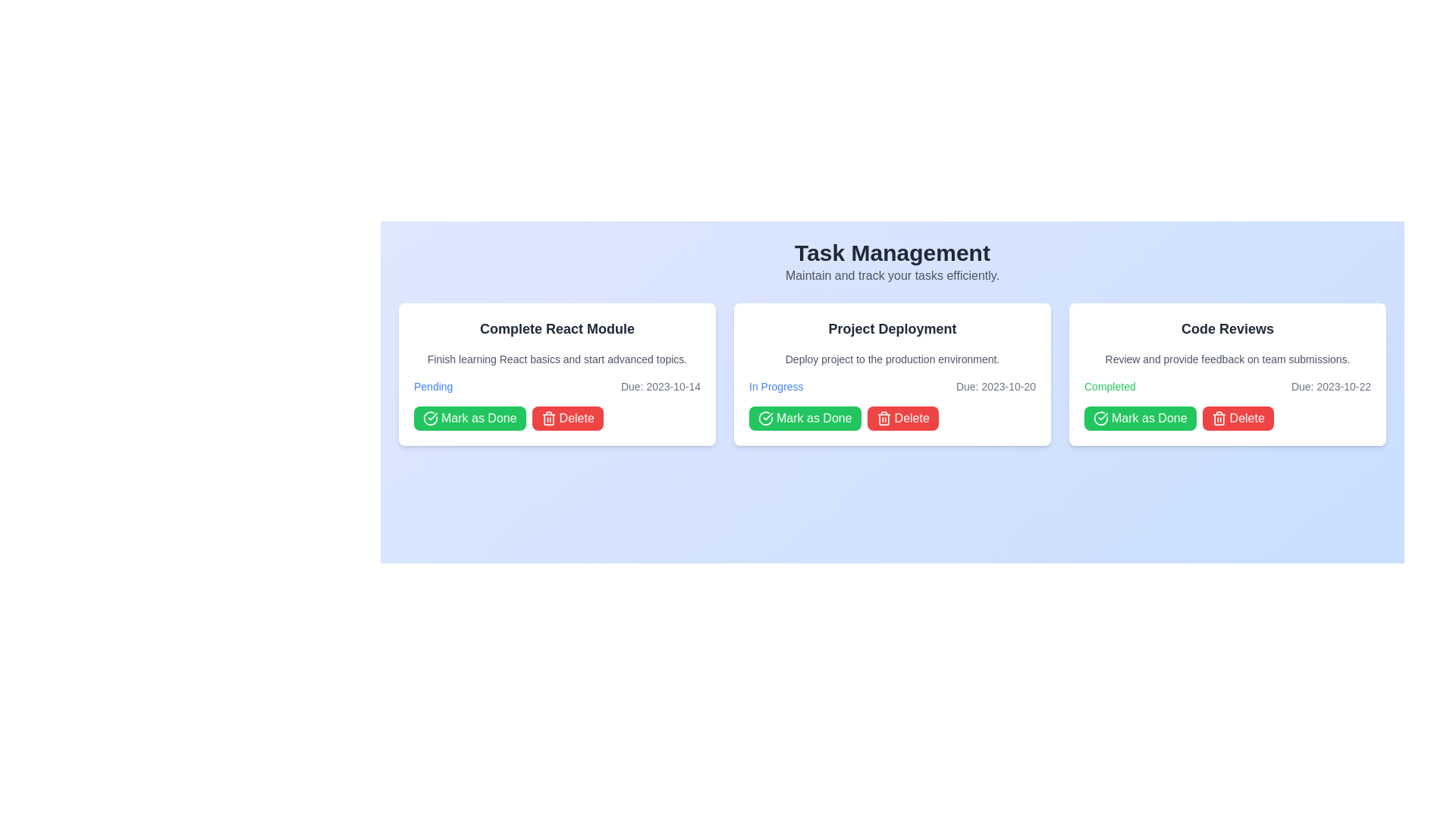  Describe the element at coordinates (1227, 359) in the screenshot. I see `the descriptive text element located below the 'Code Reviews' title within the 'Code Reviews' card` at that location.